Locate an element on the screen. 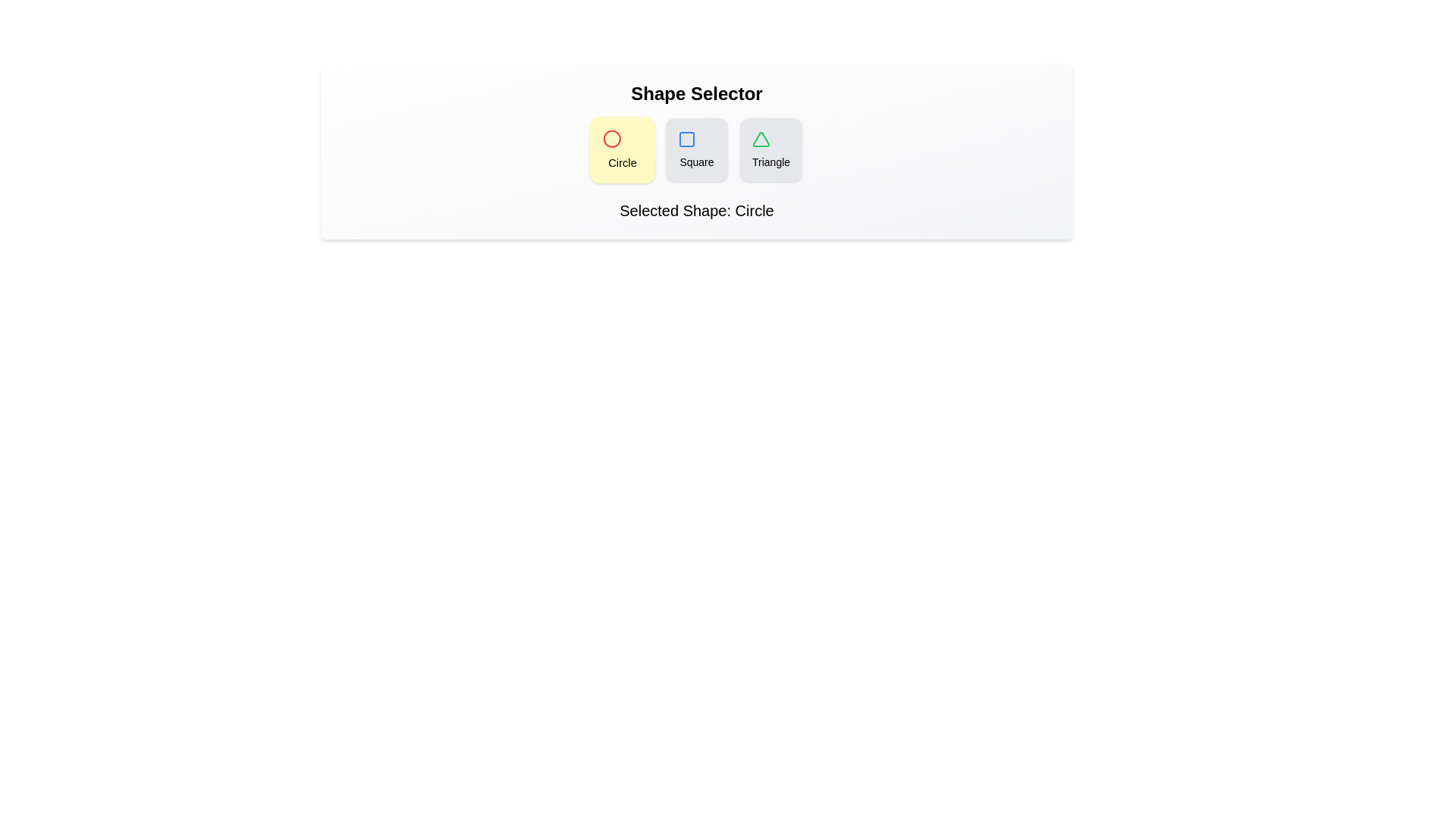 The height and width of the screenshot is (819, 1456). the button corresponding to Circle to select it is located at coordinates (622, 149).